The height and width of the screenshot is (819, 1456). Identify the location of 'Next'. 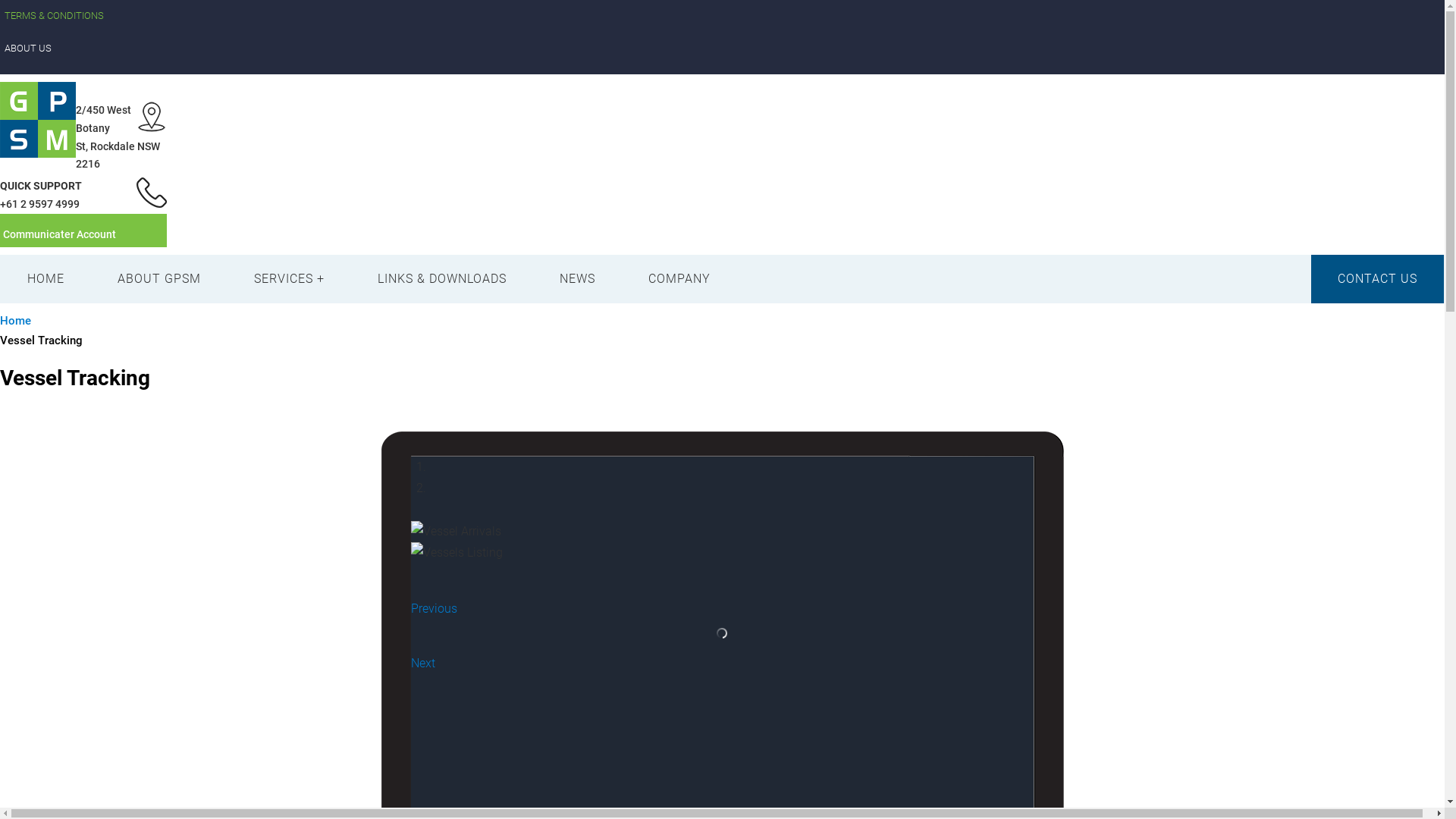
(411, 662).